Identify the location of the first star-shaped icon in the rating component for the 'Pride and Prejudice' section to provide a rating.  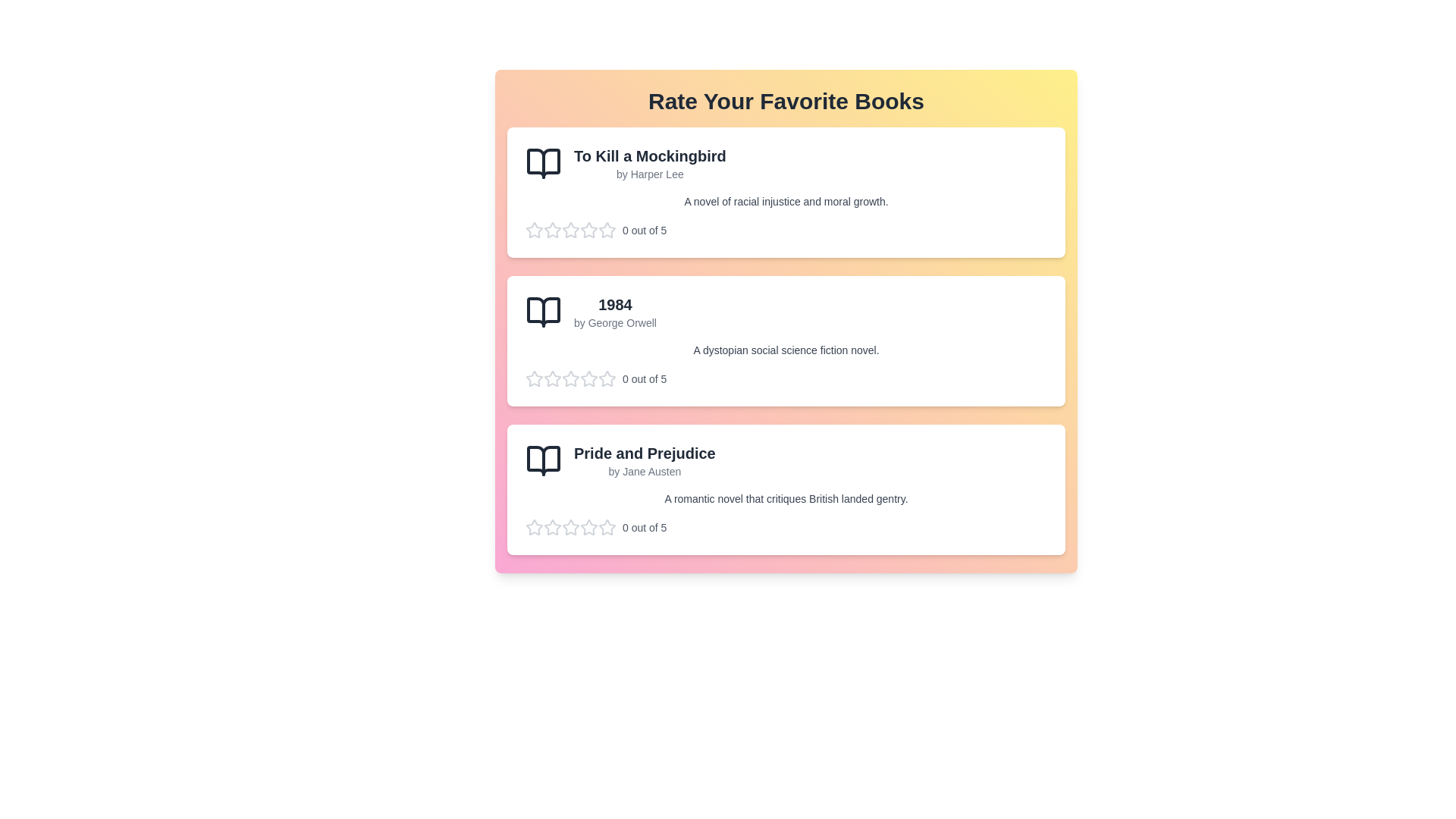
(535, 526).